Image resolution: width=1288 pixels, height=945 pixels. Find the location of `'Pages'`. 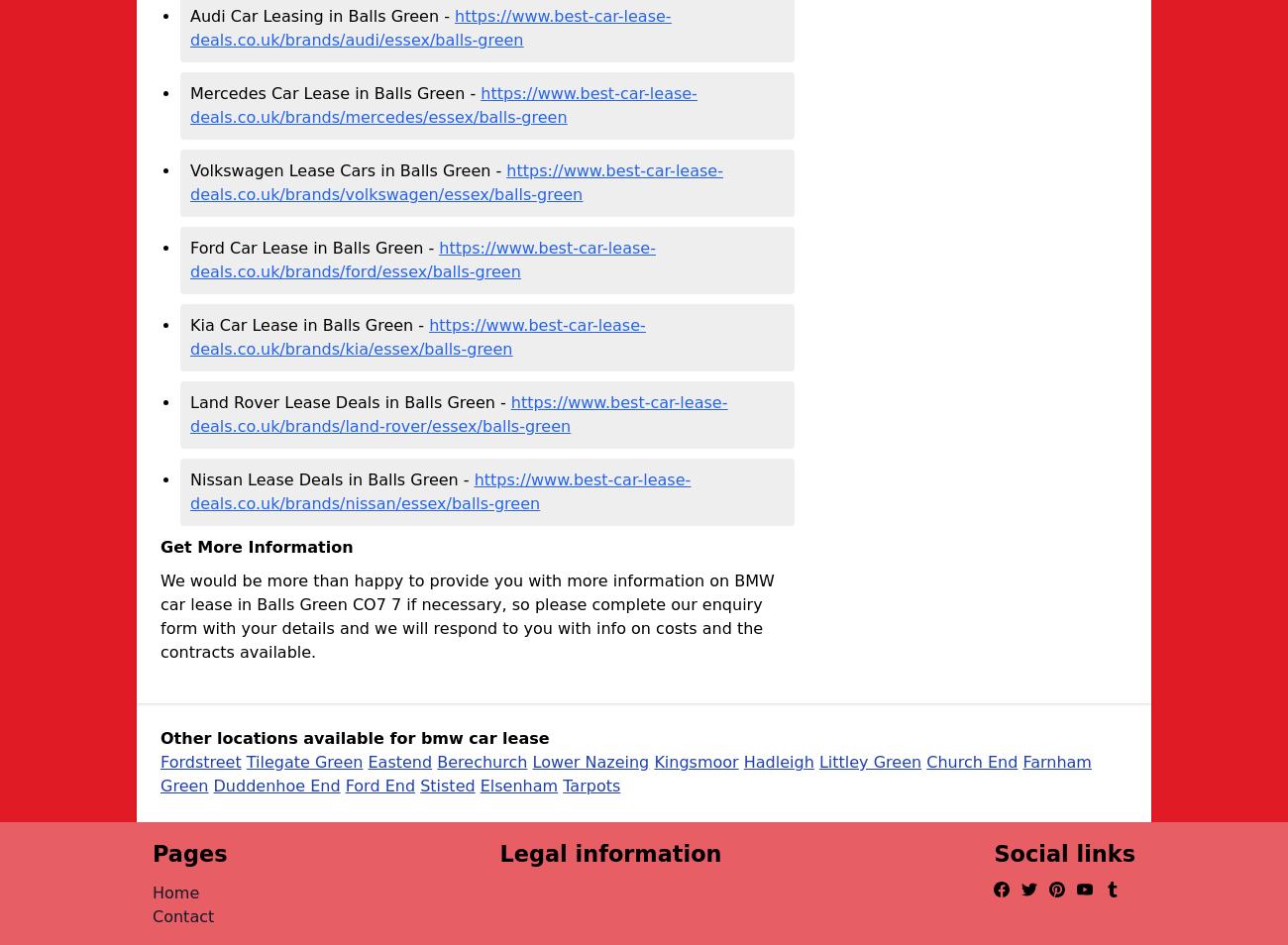

'Pages' is located at coordinates (189, 854).